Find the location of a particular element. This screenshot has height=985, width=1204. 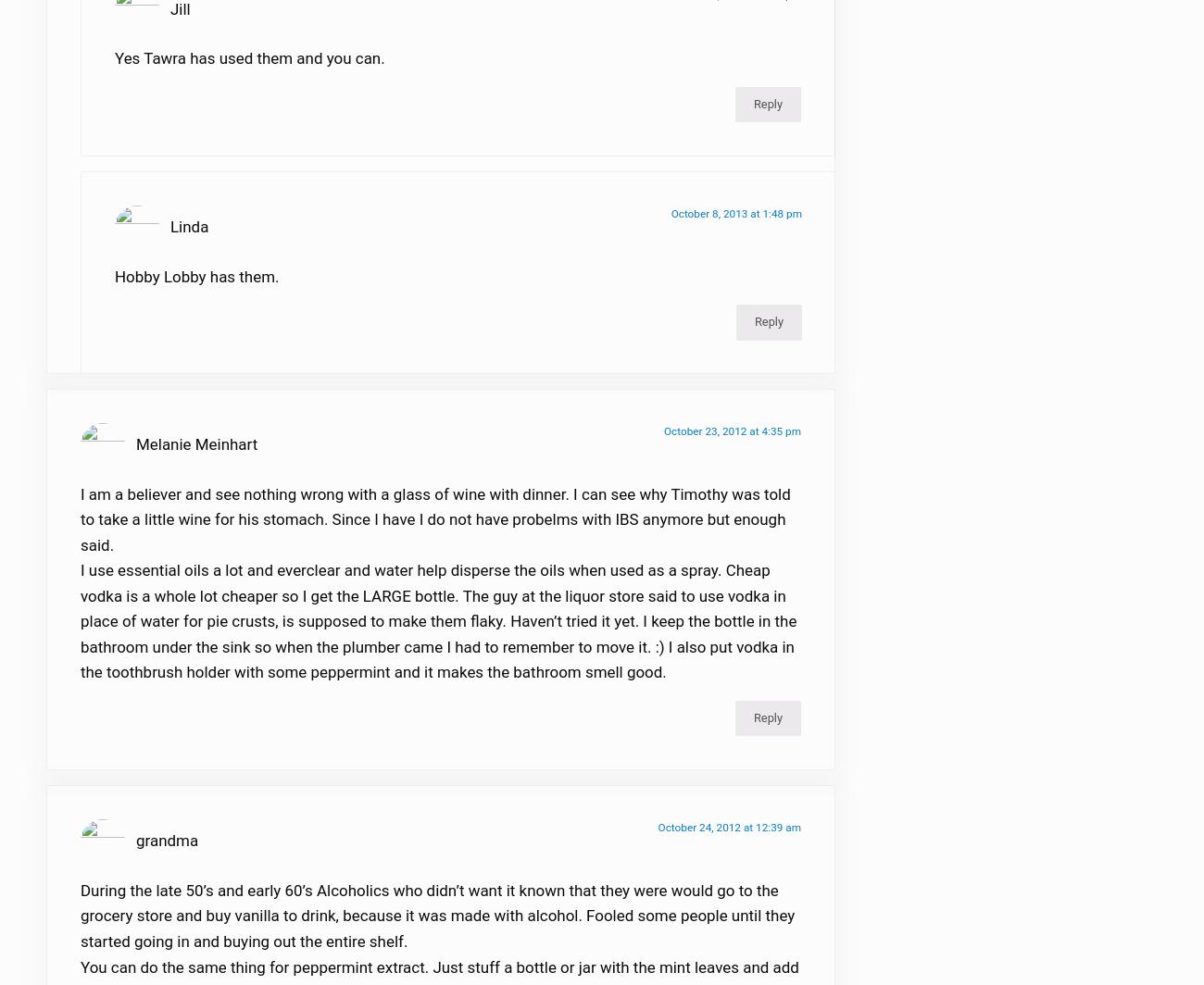

'Yes Tawra has used them and you can.' is located at coordinates (248, 69).